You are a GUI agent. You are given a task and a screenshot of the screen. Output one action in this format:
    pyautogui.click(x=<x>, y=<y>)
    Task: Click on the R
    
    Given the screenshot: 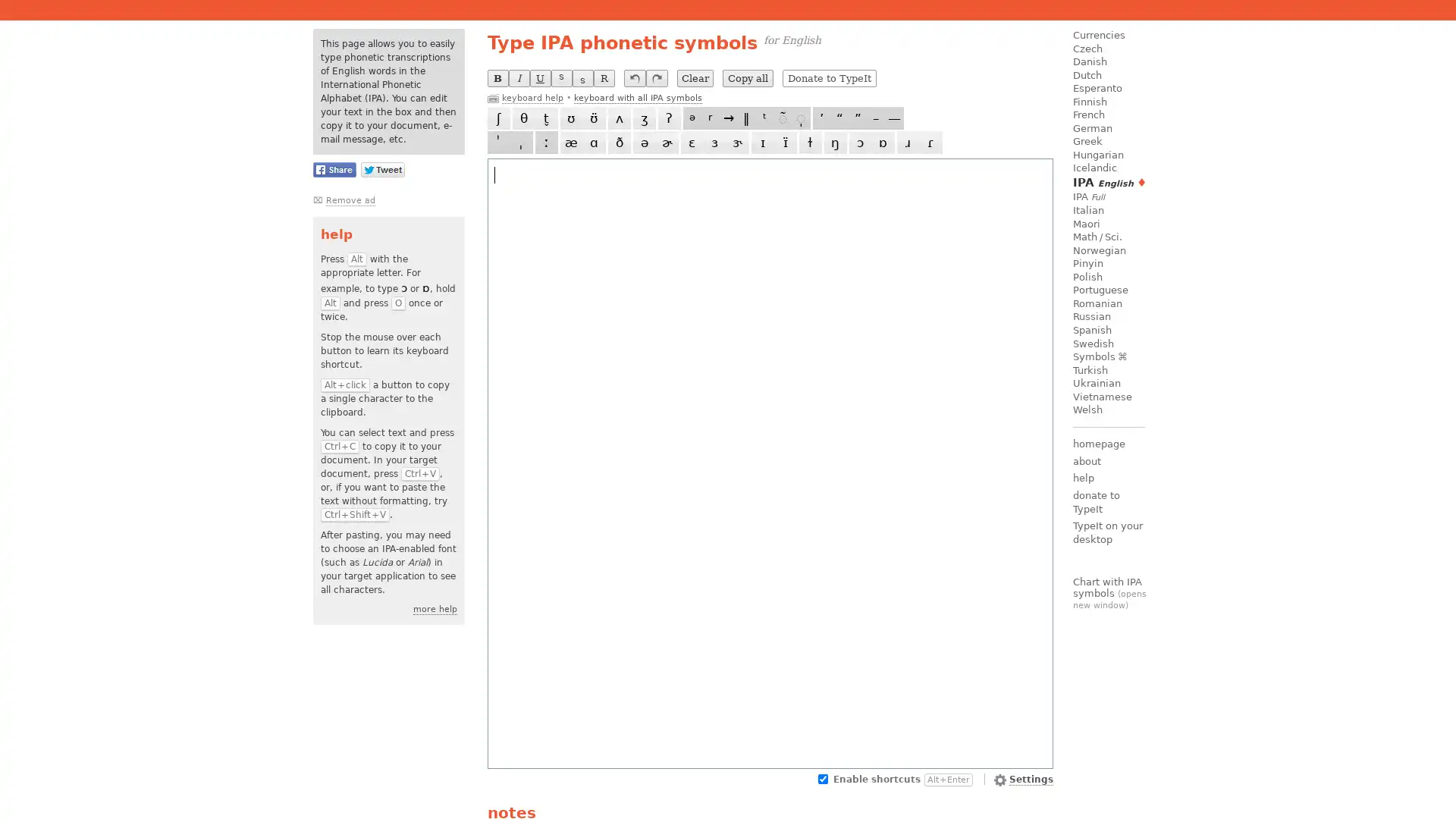 What is the action you would take?
    pyautogui.click(x=603, y=78)
    